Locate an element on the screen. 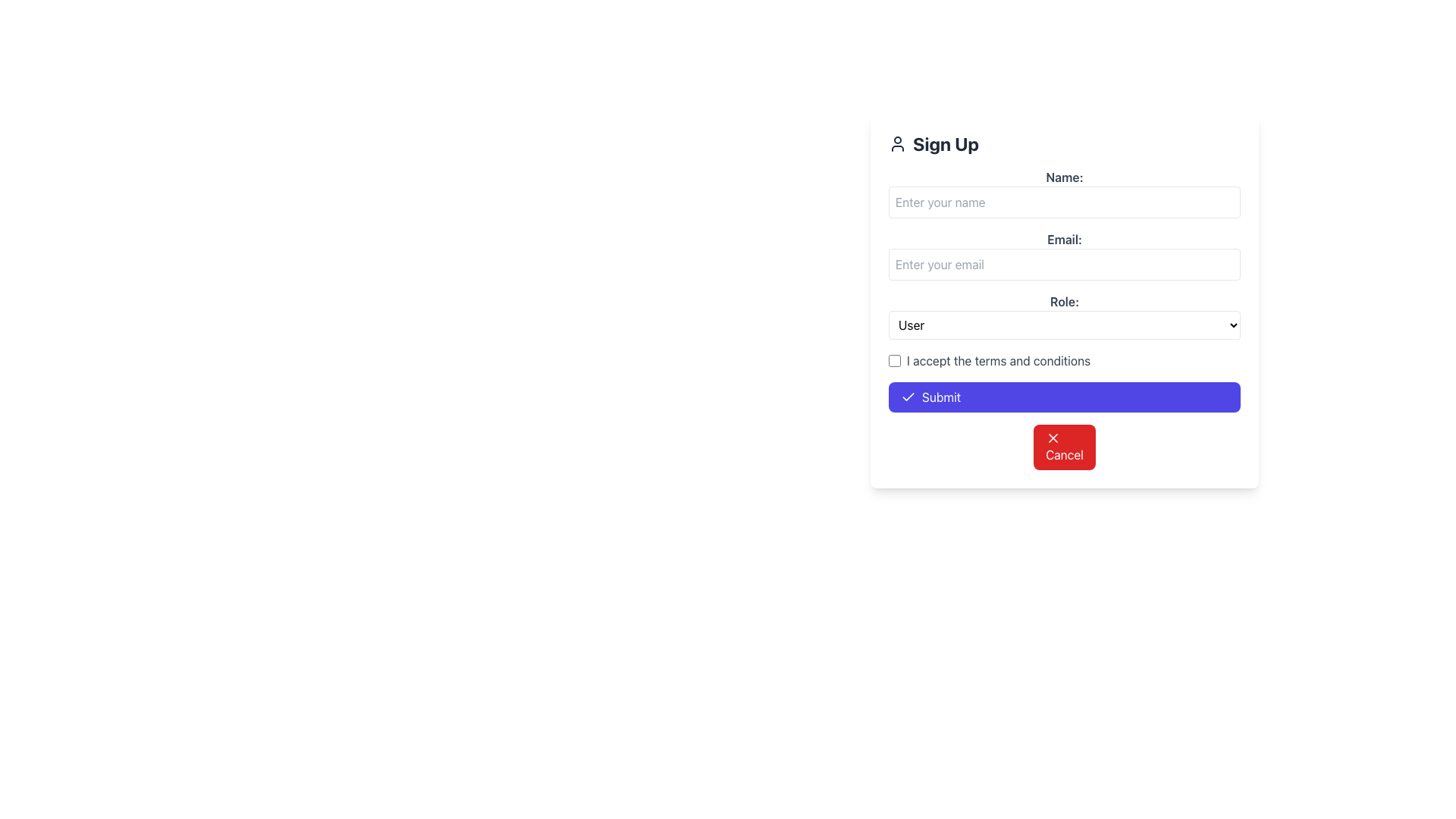 This screenshot has width=1456, height=819. the checkmark icon located inside the 'Submit' button with a blue background and white text, positioned to the left side of the button's label is located at coordinates (908, 397).